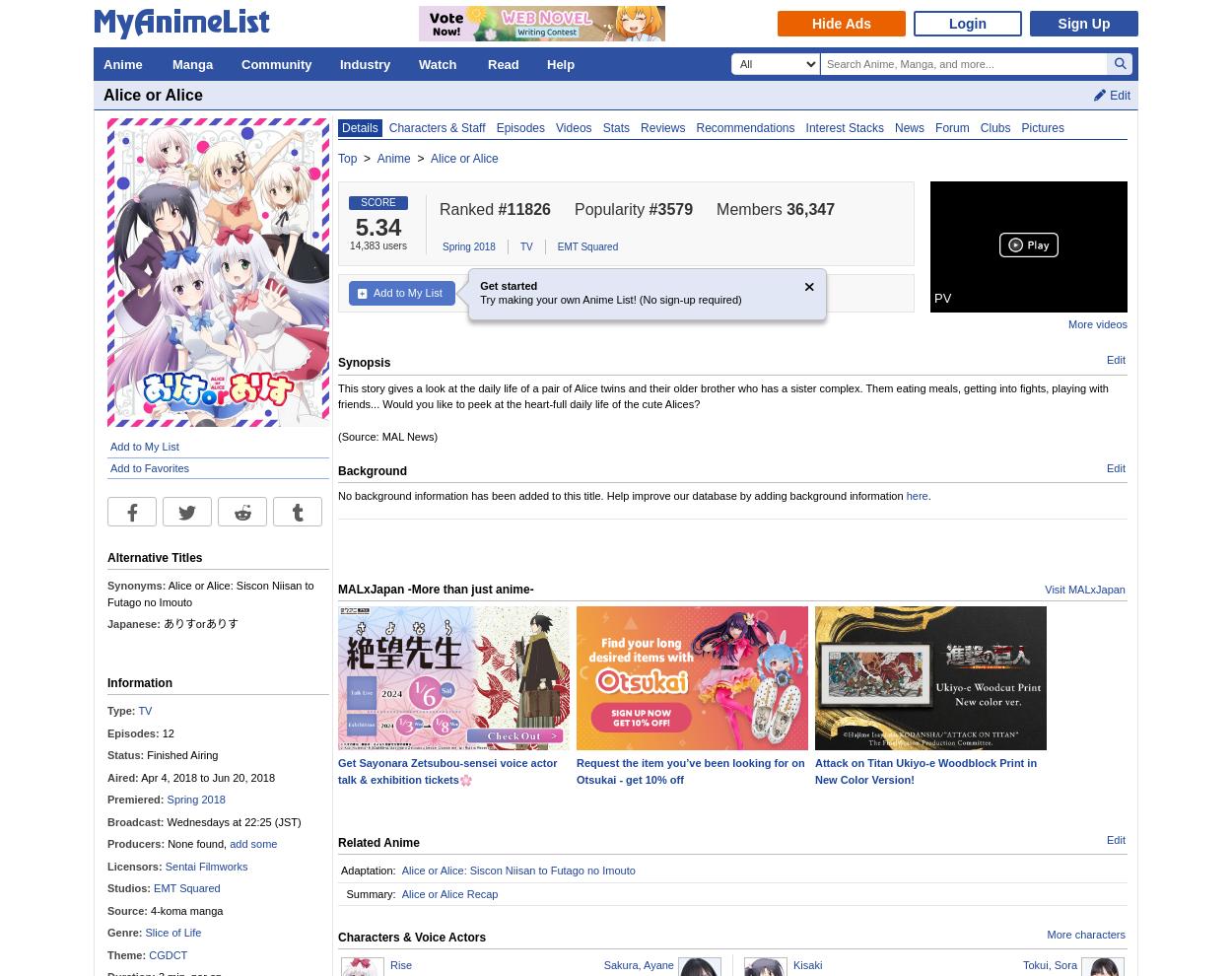  What do you see at coordinates (411, 937) in the screenshot?
I see `'Characters & Voice Actors'` at bounding box center [411, 937].